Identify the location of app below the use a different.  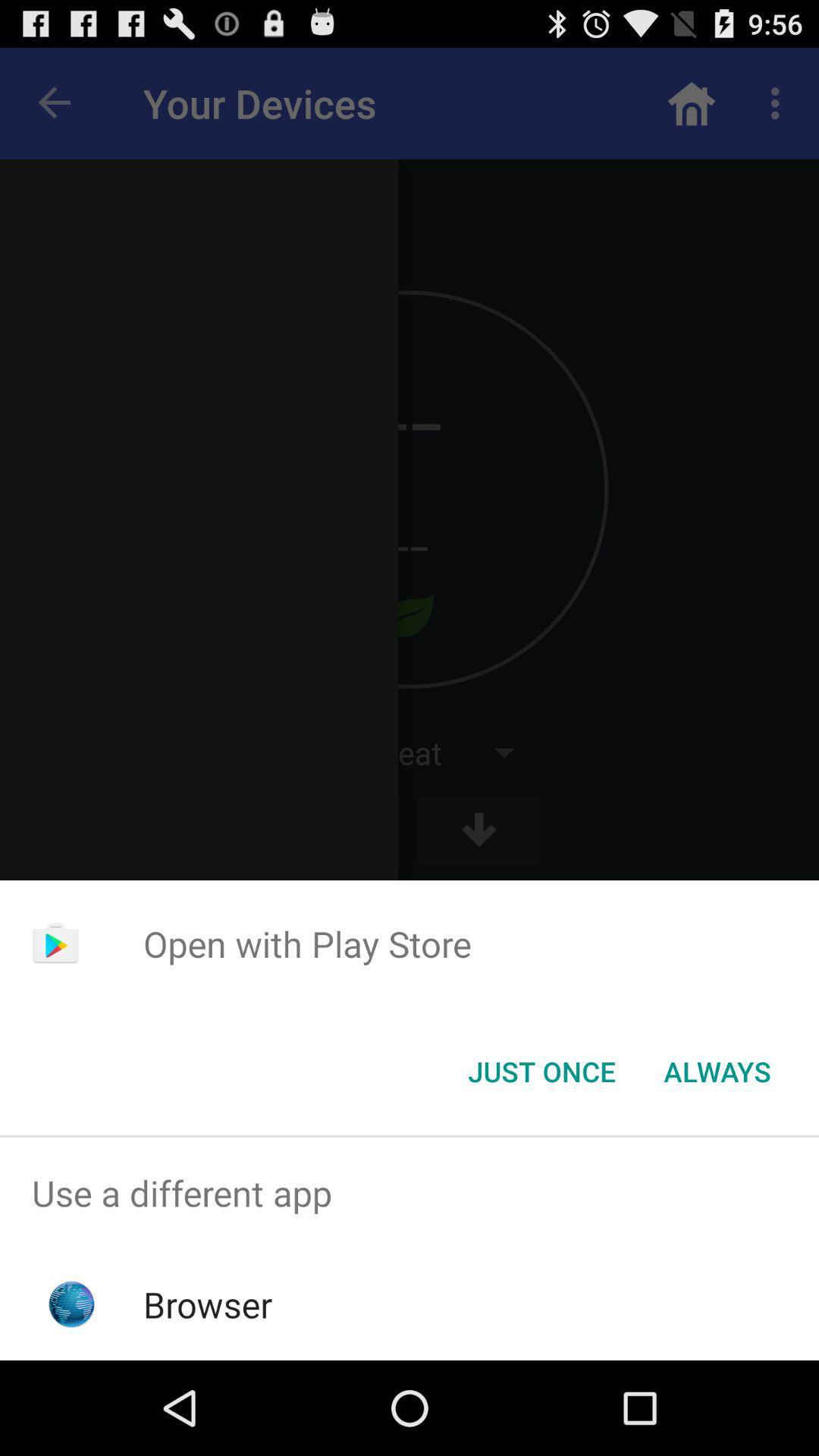
(208, 1304).